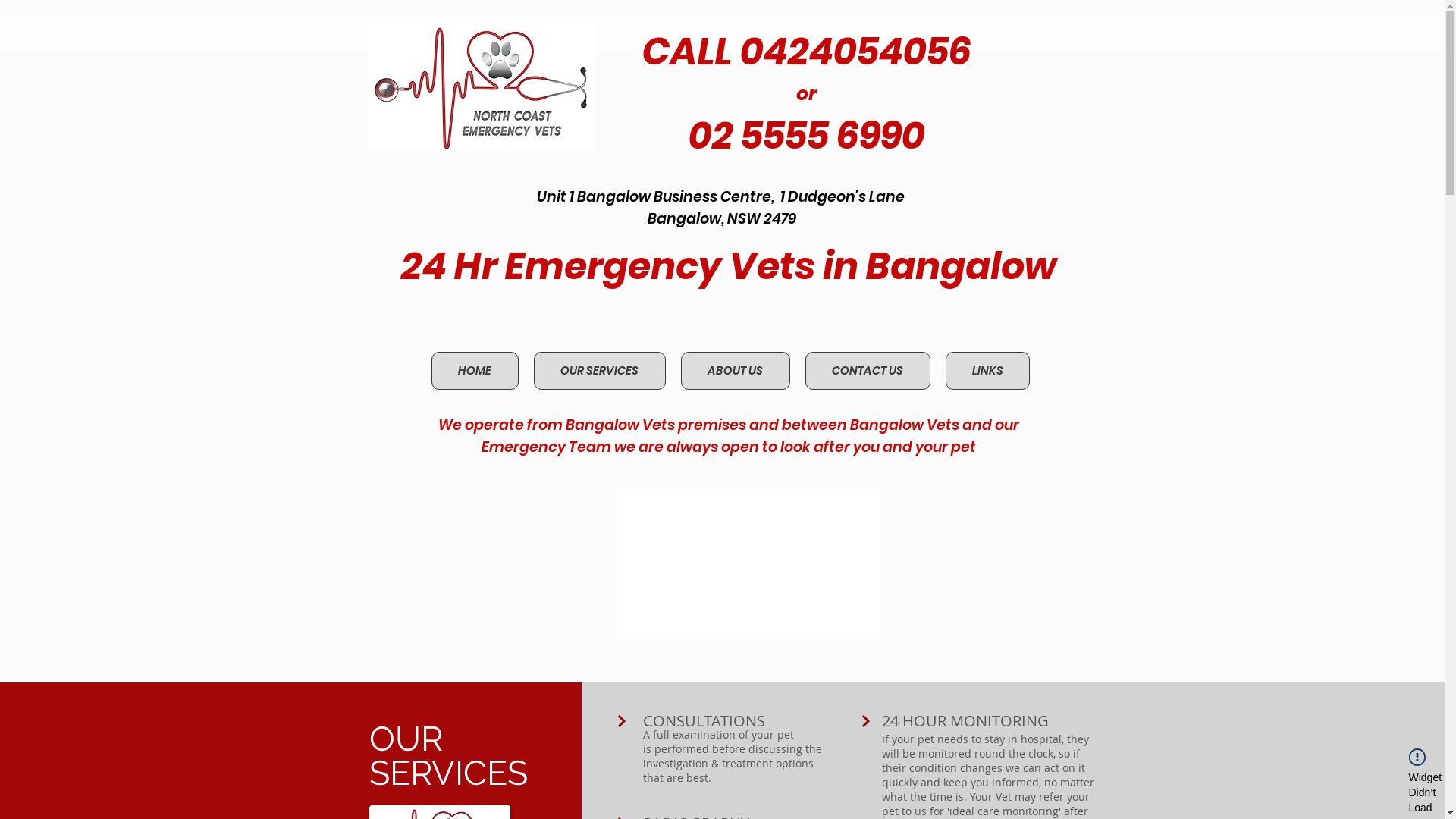 This screenshot has width=1456, height=819. Describe the element at coordinates (868, 371) in the screenshot. I see `'CONTACT US'` at that location.